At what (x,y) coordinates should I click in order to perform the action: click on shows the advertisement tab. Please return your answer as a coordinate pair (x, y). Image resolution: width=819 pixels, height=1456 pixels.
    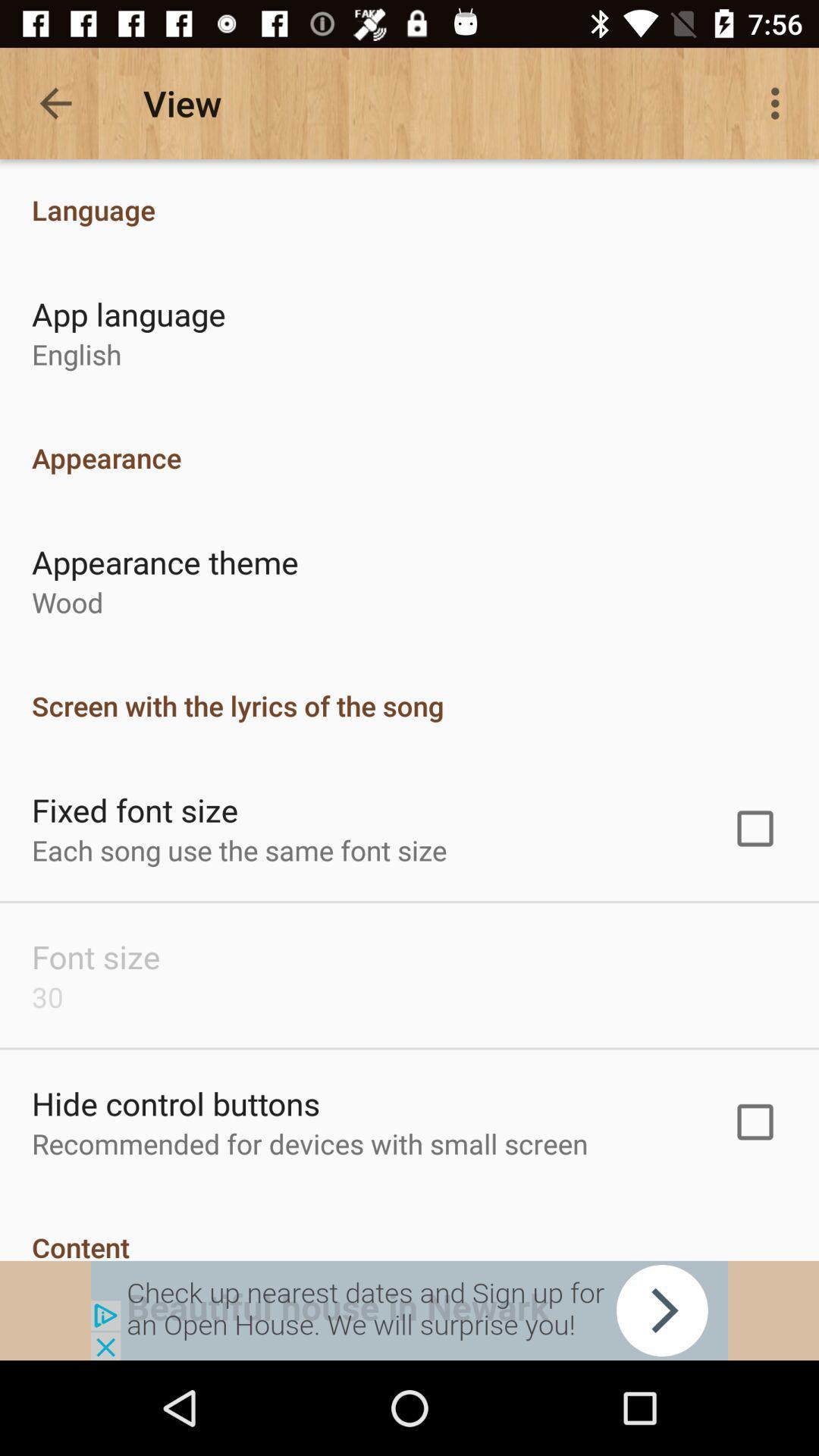
    Looking at the image, I should click on (409, 1310).